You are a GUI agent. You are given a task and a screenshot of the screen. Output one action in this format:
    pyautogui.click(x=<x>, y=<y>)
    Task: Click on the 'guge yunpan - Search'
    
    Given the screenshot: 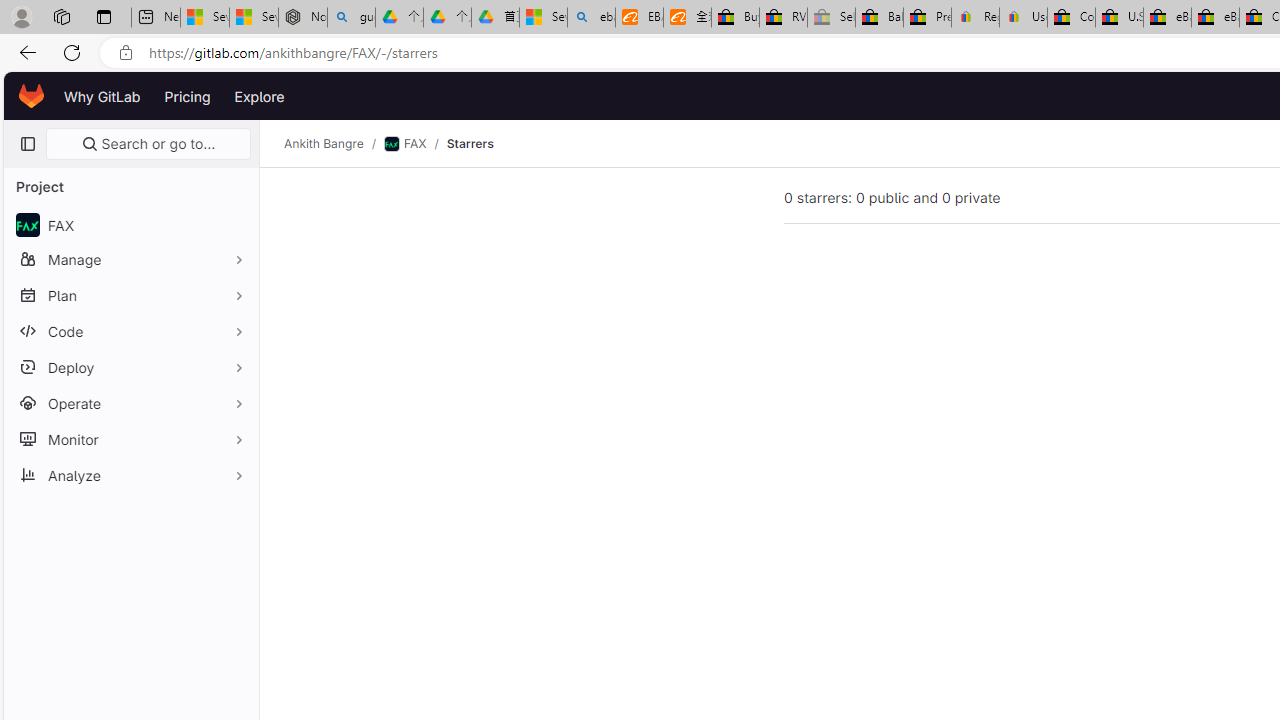 What is the action you would take?
    pyautogui.click(x=351, y=17)
    